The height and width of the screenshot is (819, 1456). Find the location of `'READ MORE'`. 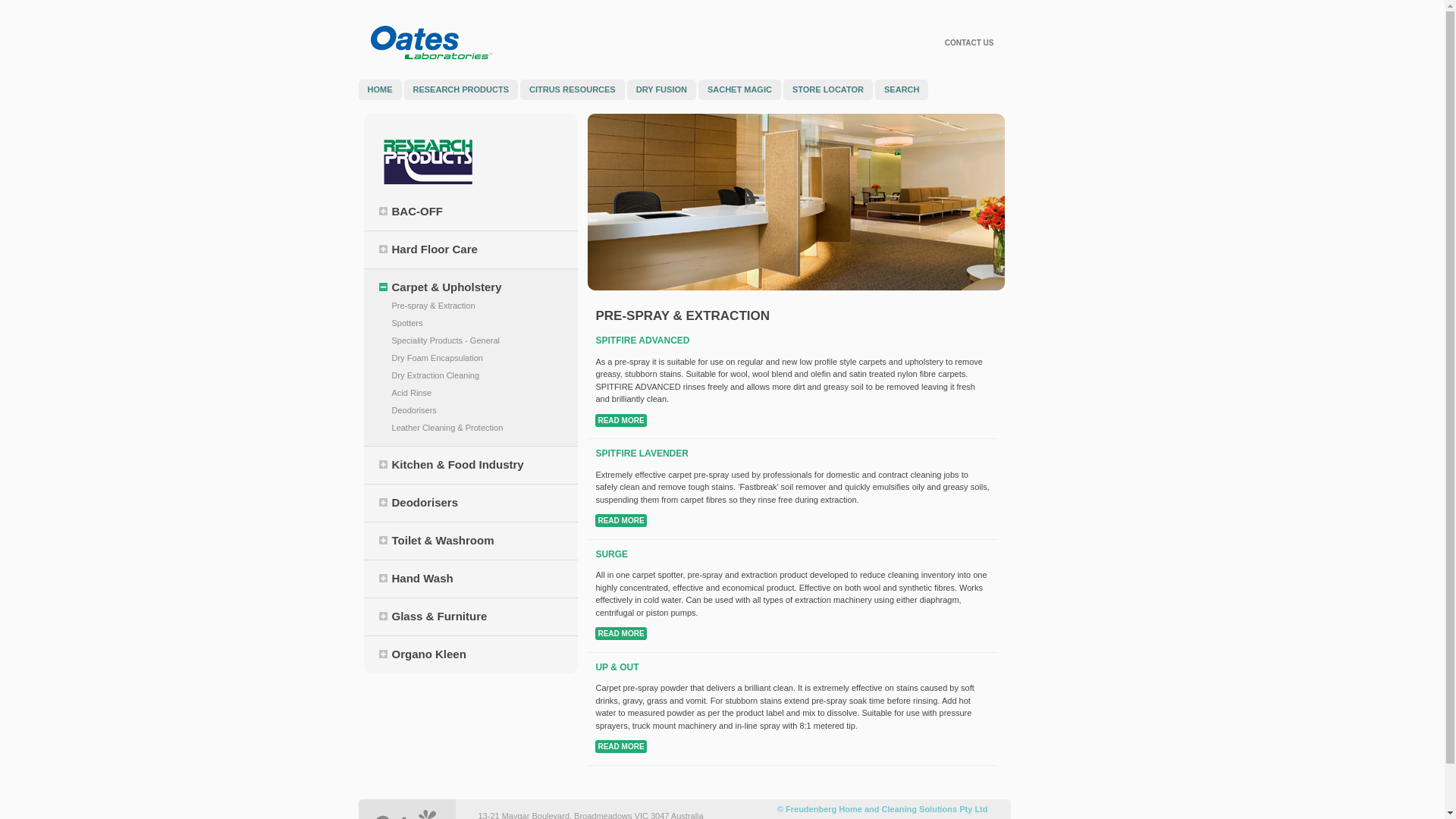

'READ MORE' is located at coordinates (620, 633).